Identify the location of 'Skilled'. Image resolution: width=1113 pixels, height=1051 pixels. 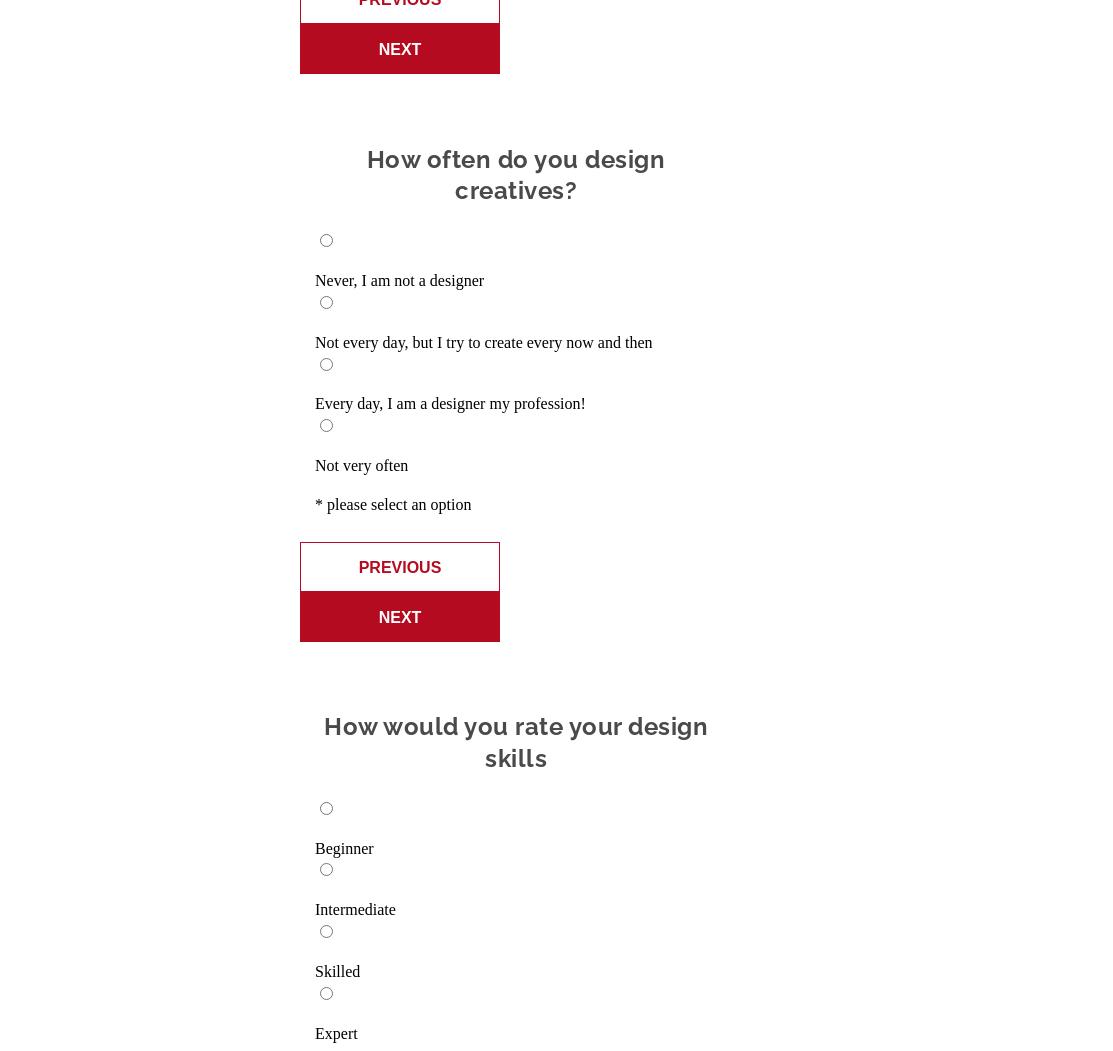
(337, 969).